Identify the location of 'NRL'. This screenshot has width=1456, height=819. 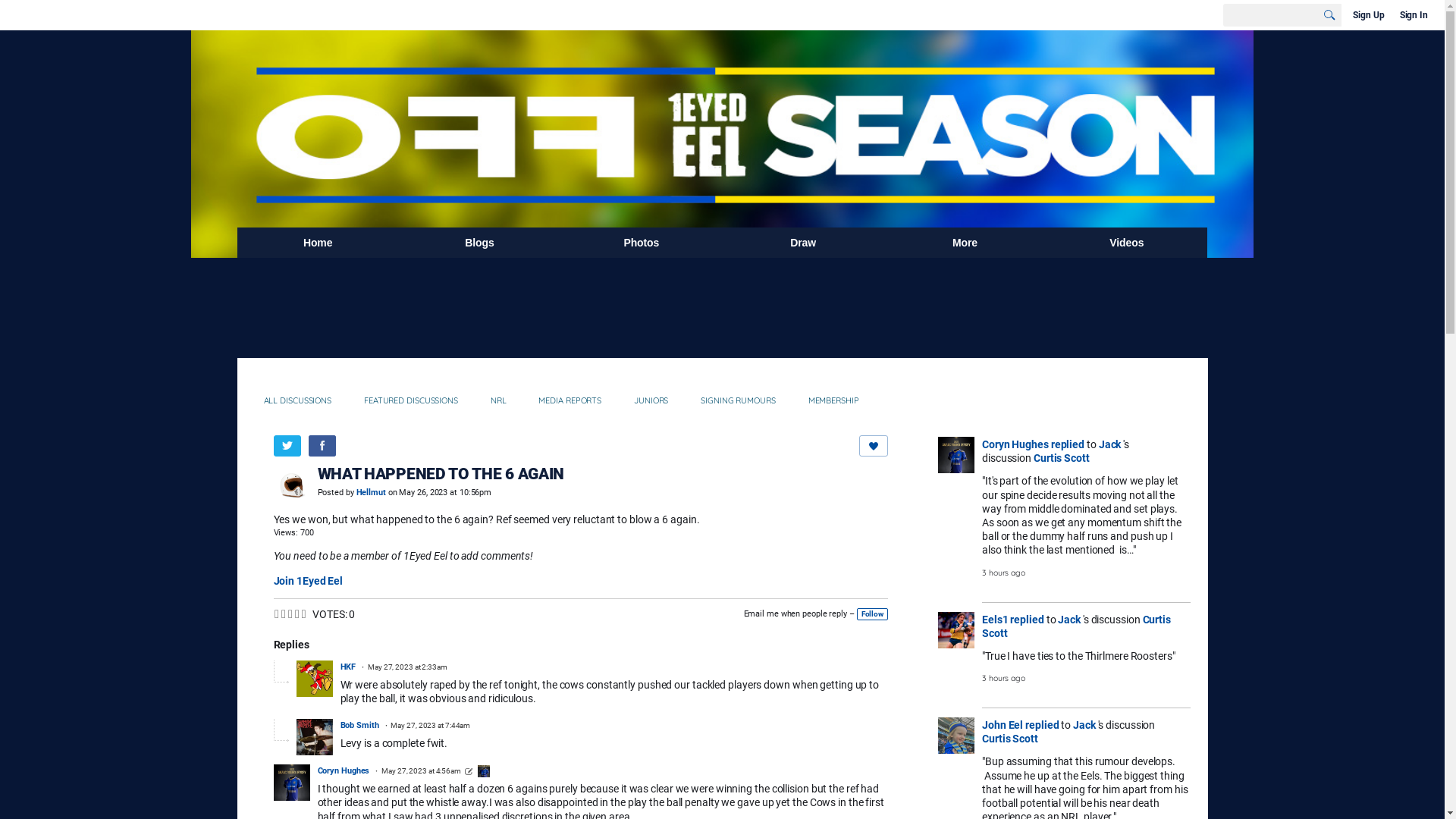
(498, 400).